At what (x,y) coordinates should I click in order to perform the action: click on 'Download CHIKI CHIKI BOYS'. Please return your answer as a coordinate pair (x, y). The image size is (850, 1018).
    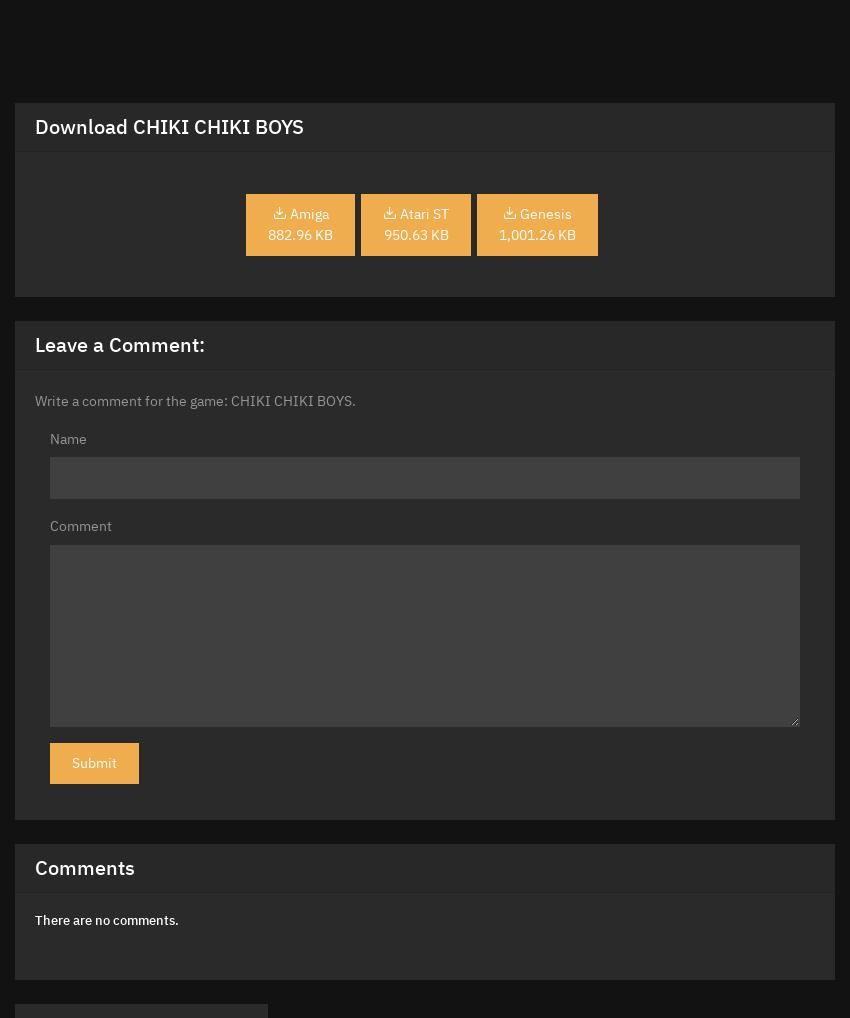
    Looking at the image, I should click on (169, 124).